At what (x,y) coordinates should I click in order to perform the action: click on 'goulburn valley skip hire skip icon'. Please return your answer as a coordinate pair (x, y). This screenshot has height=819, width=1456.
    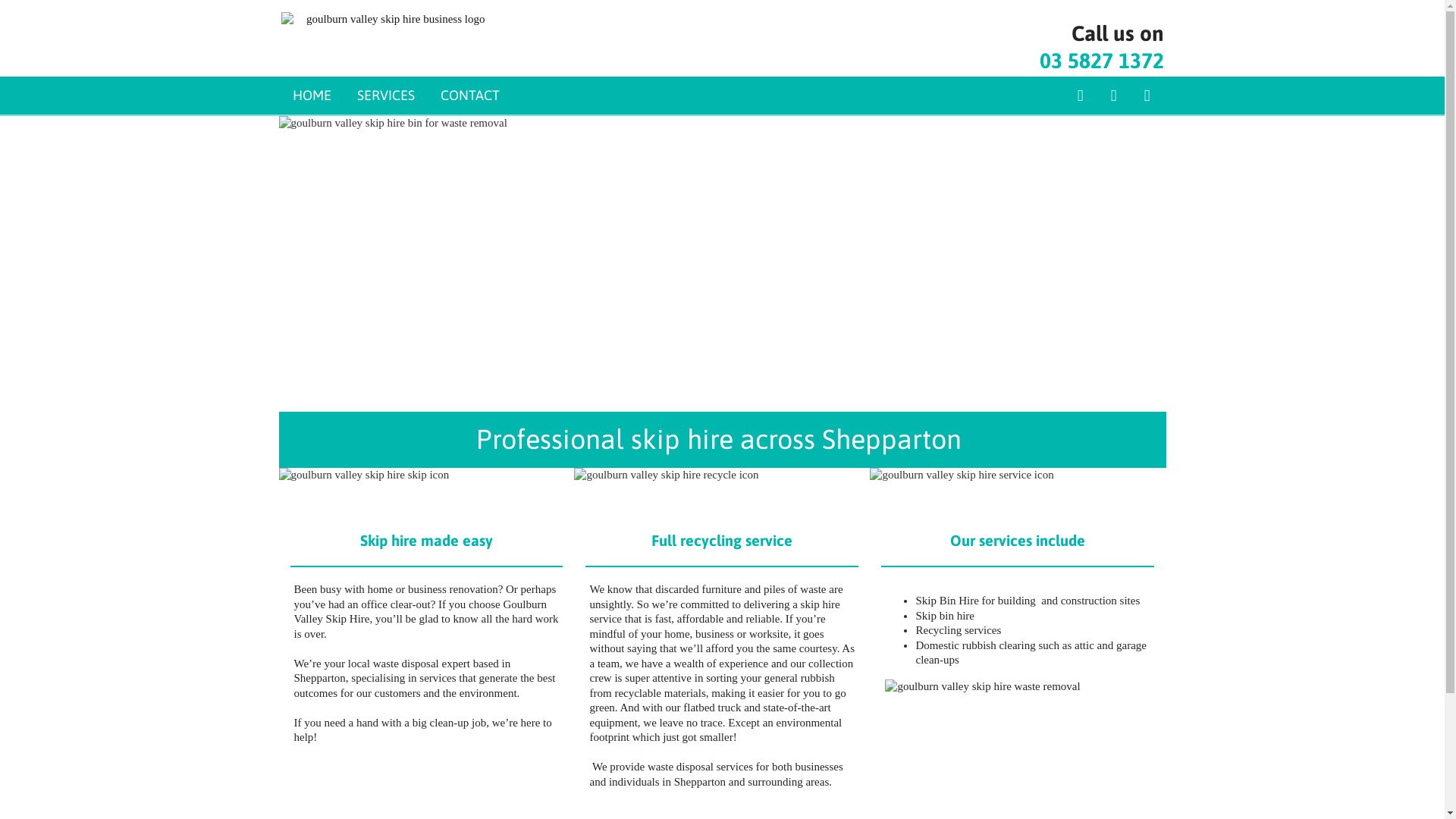
    Looking at the image, I should click on (425, 488).